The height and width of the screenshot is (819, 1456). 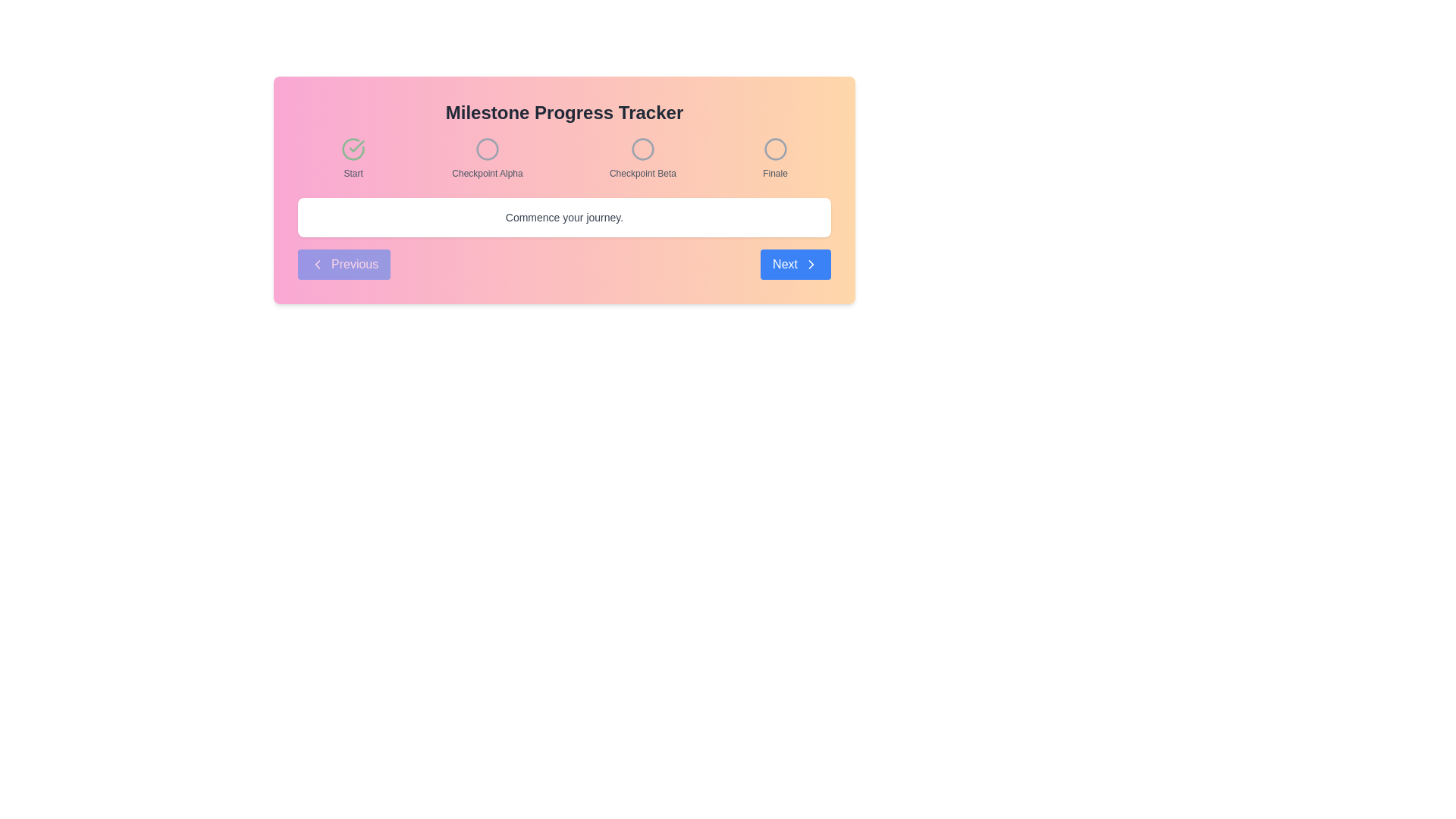 I want to click on the small gray text label 'Start' located below the green checkmark icon in the 'Milestone Progress Tracker' interface, so click(x=353, y=172).